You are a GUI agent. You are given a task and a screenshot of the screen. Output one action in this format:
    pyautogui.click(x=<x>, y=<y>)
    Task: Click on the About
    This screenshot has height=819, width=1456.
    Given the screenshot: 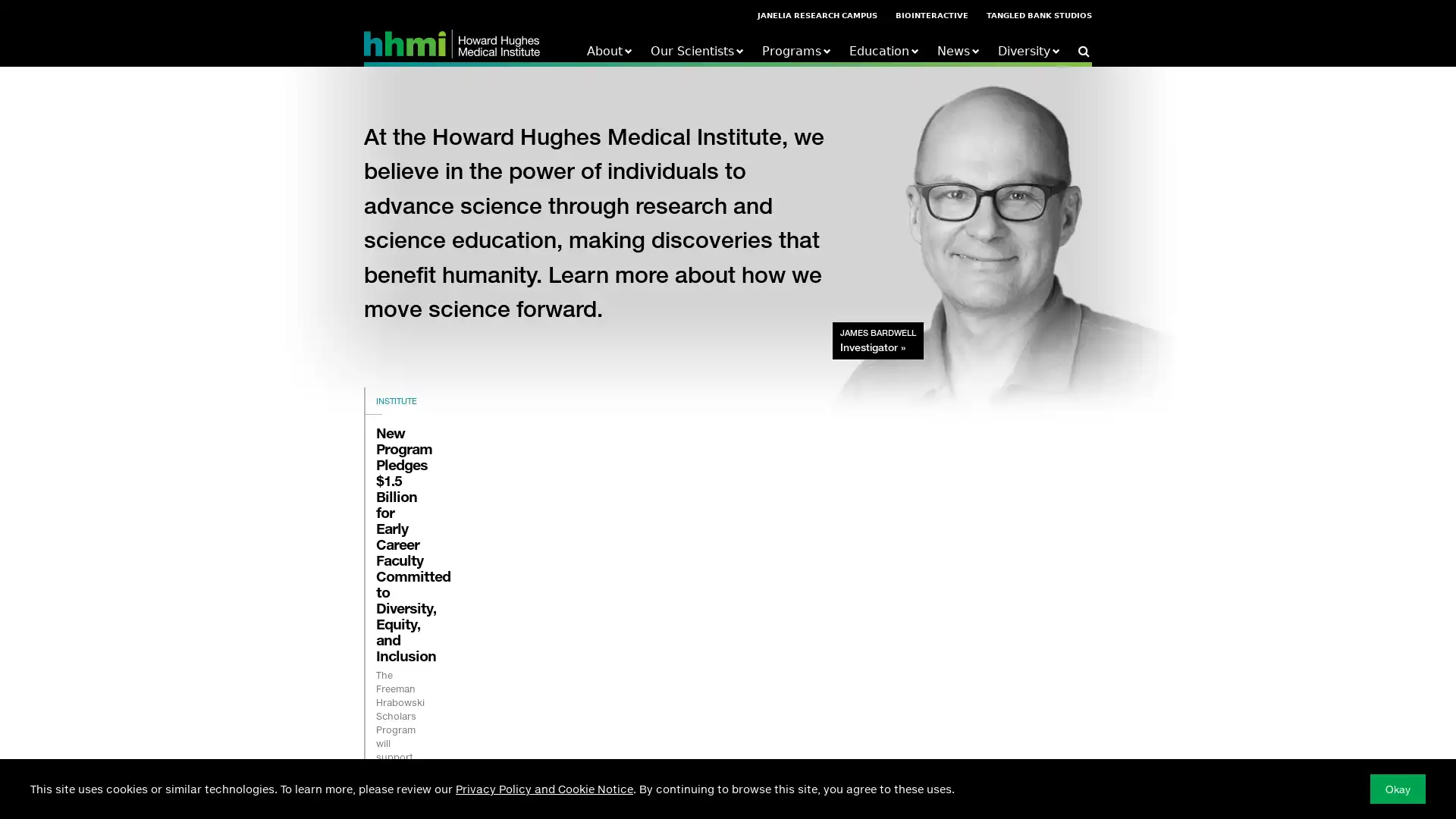 What is the action you would take?
    pyautogui.click(x=609, y=51)
    